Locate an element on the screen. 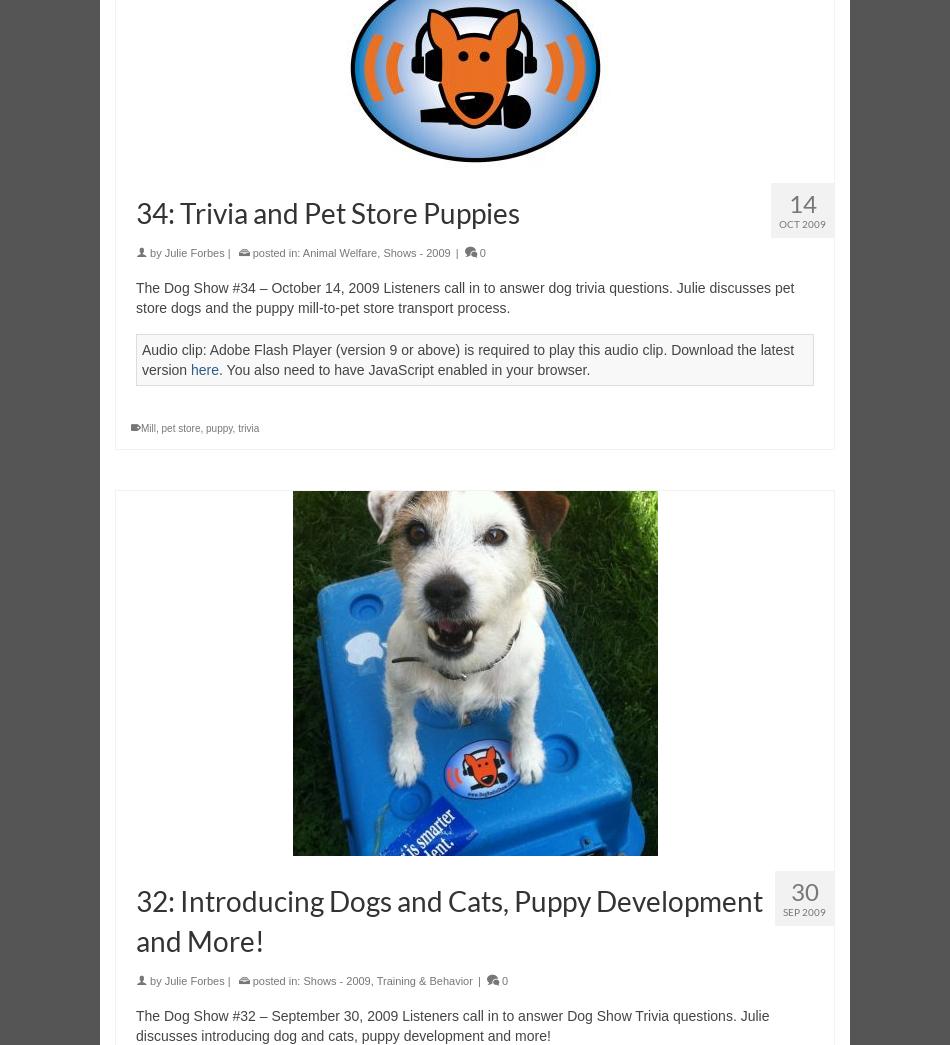  'pet store' is located at coordinates (180, 428).